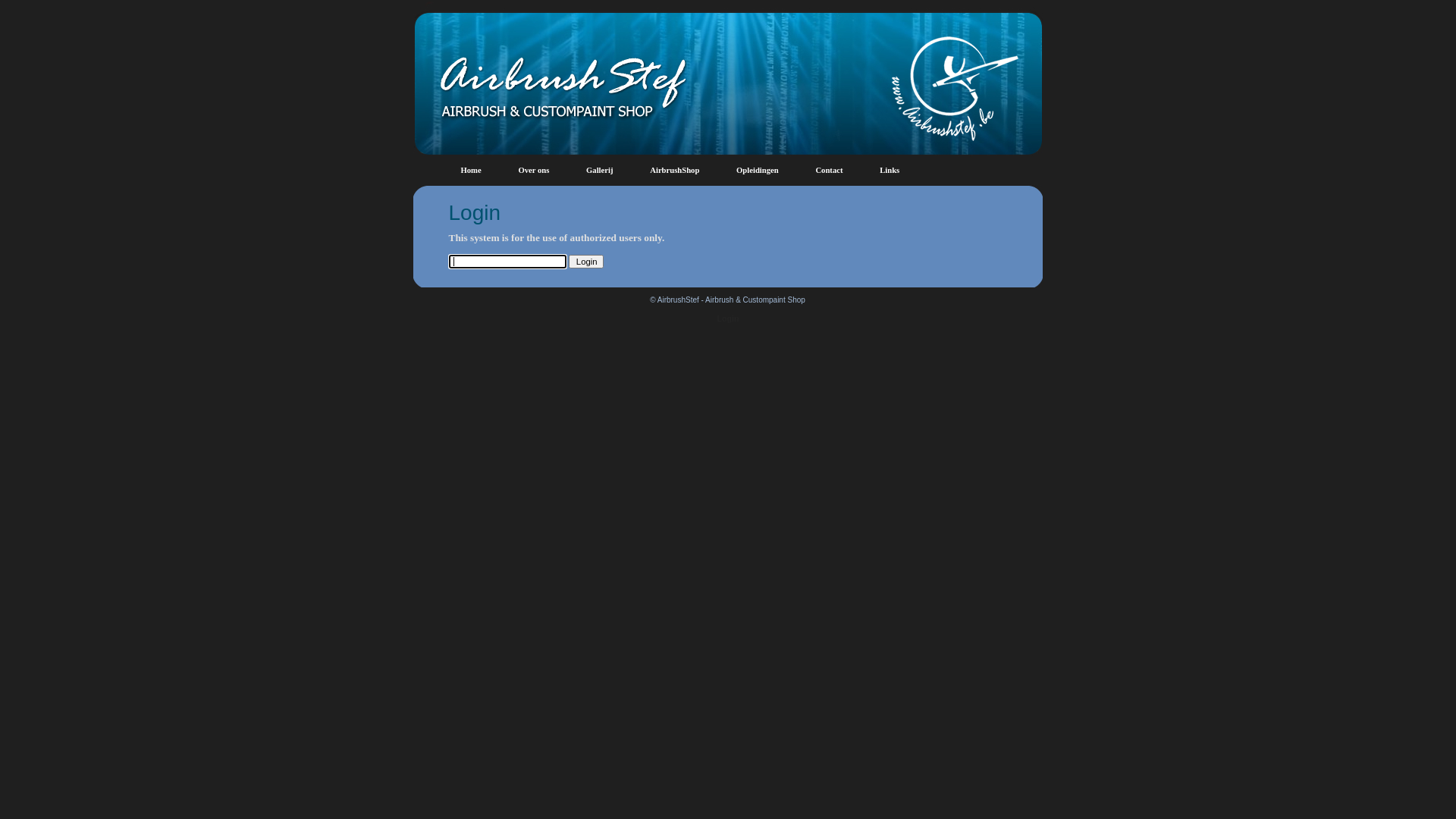 Image resolution: width=1456 pixels, height=819 pixels. What do you see at coordinates (828, 170) in the screenshot?
I see `'Contact'` at bounding box center [828, 170].